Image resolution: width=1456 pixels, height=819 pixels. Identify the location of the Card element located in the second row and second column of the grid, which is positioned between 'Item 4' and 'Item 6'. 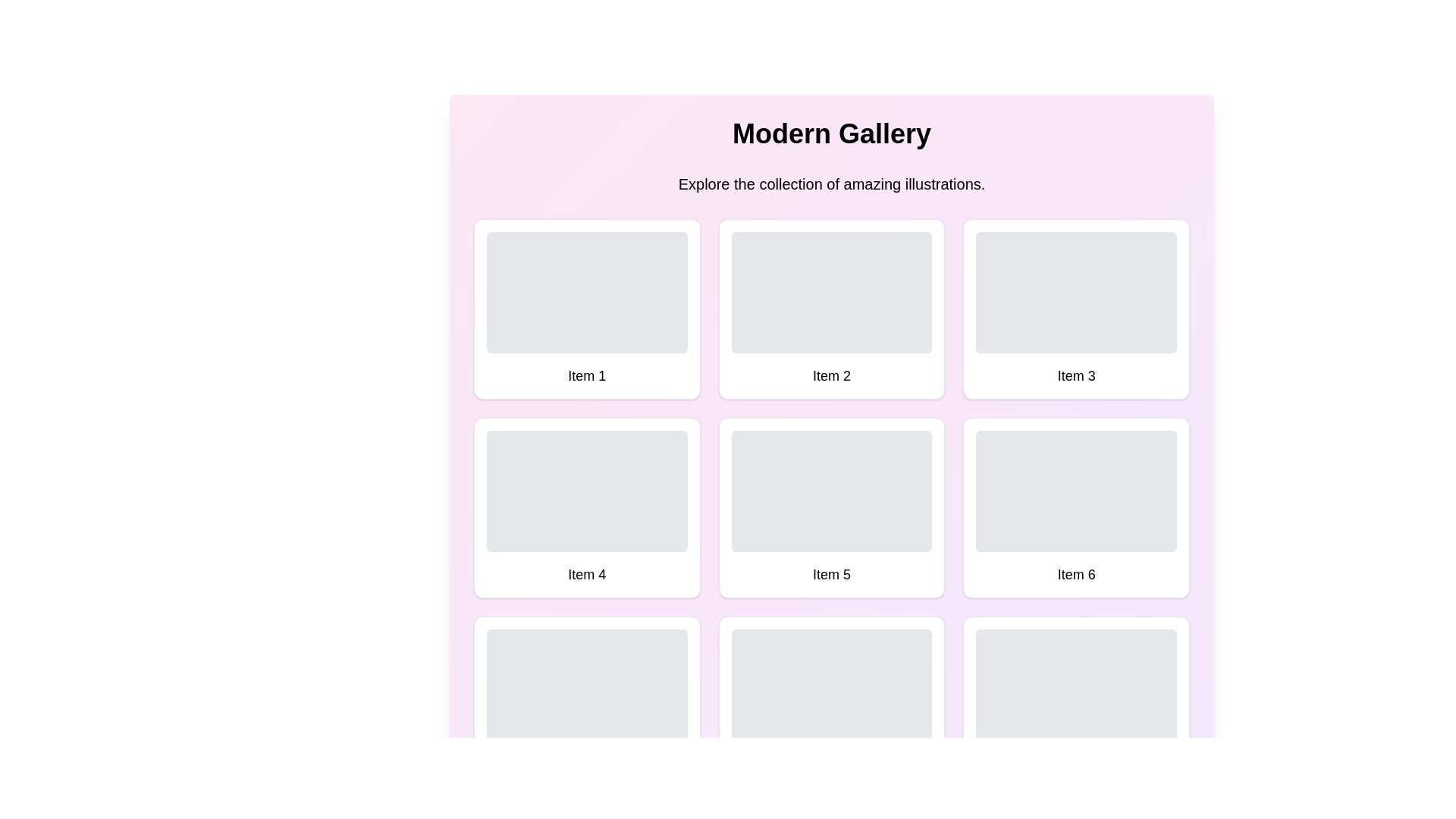
(830, 508).